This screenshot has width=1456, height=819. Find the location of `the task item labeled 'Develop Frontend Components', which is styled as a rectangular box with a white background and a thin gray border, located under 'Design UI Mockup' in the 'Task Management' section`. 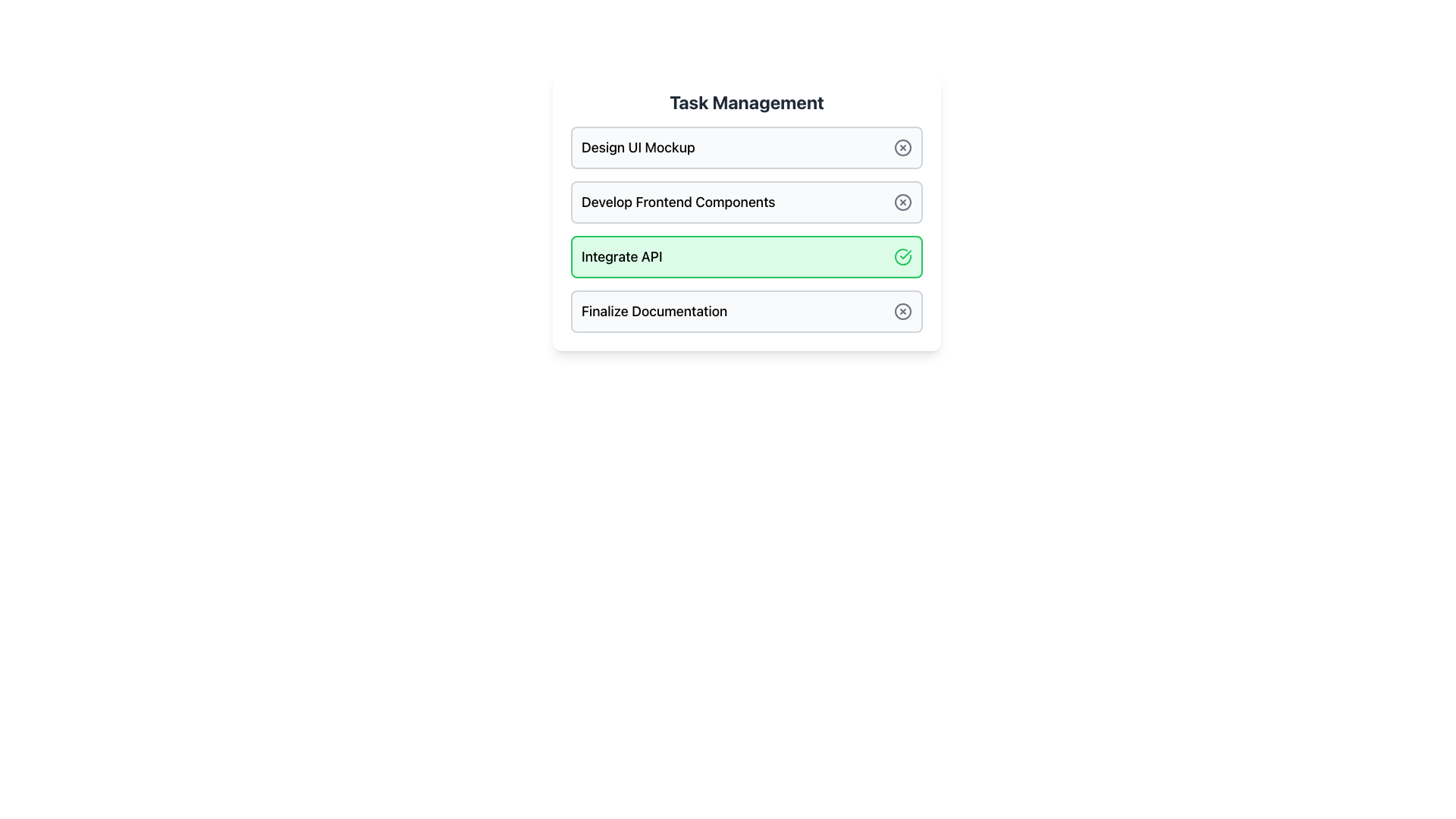

the task item labeled 'Develop Frontend Components', which is styled as a rectangular box with a white background and a thin gray border, located under 'Design UI Mockup' in the 'Task Management' section is located at coordinates (746, 211).